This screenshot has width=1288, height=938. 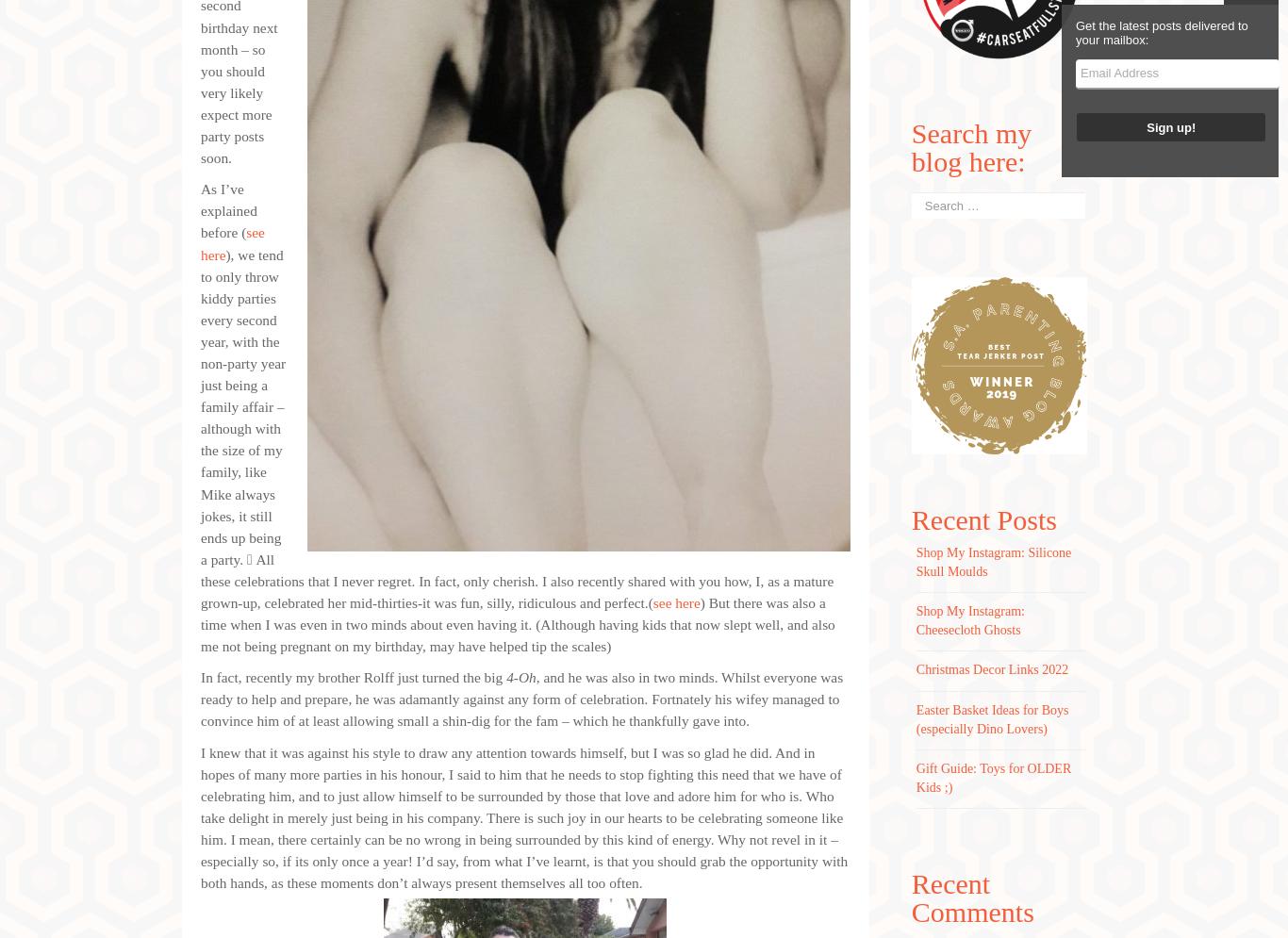 What do you see at coordinates (352, 677) in the screenshot?
I see `'In fact, recently my brother Rolff just turned the big'` at bounding box center [352, 677].